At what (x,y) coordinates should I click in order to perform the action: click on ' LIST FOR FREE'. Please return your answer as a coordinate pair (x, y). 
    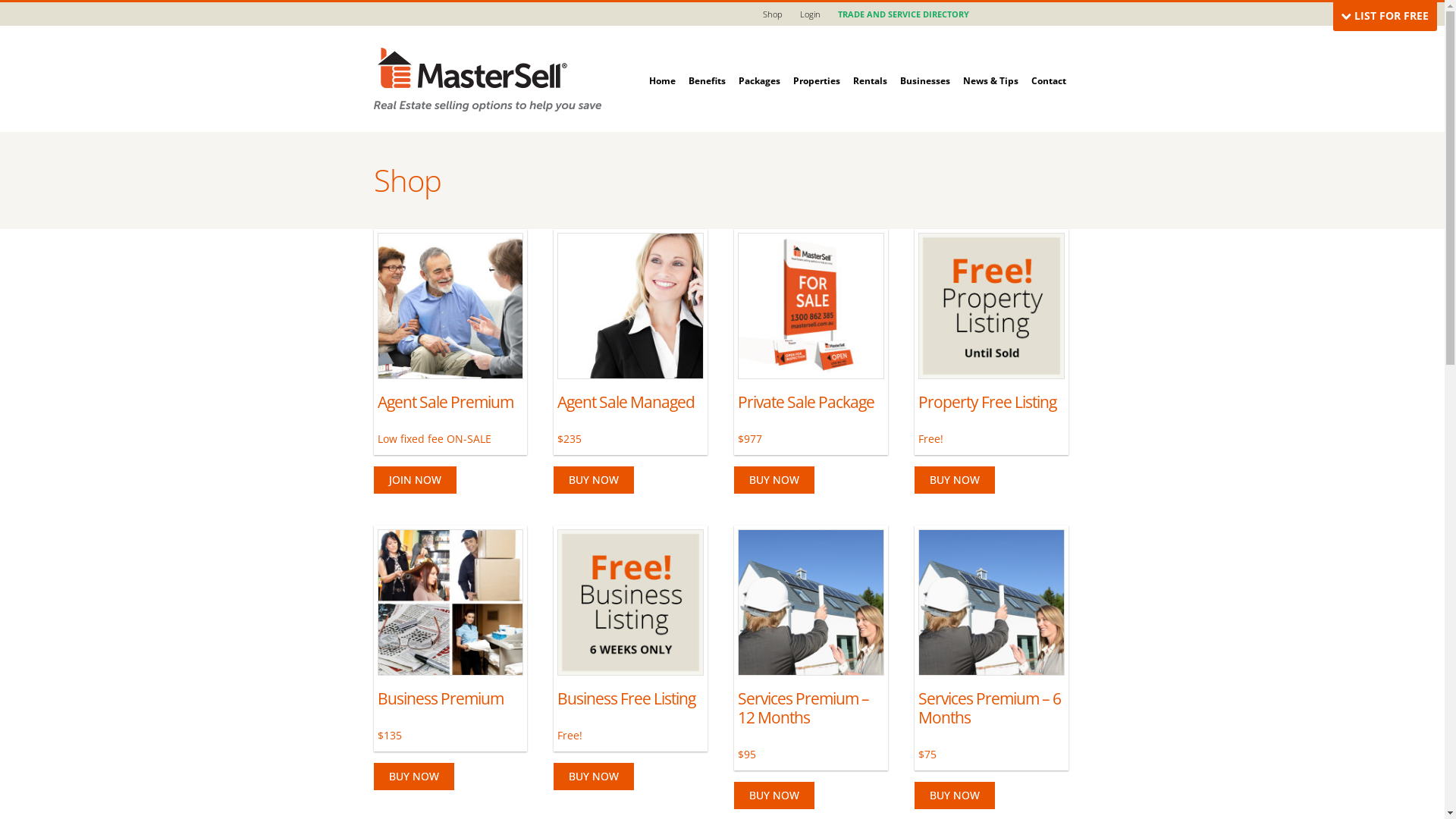
    Looking at the image, I should click on (1385, 15).